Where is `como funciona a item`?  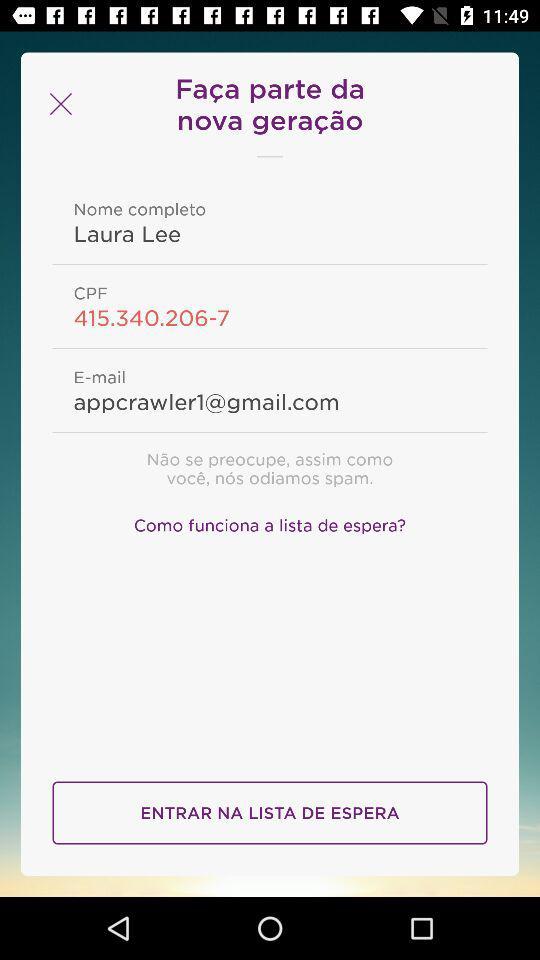 como funciona a item is located at coordinates (270, 521).